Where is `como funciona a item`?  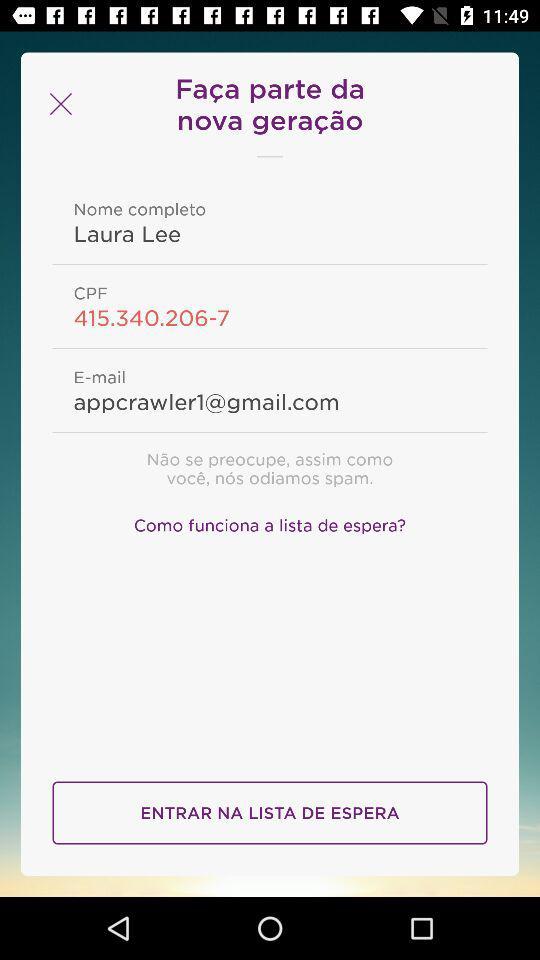 como funciona a item is located at coordinates (270, 521).